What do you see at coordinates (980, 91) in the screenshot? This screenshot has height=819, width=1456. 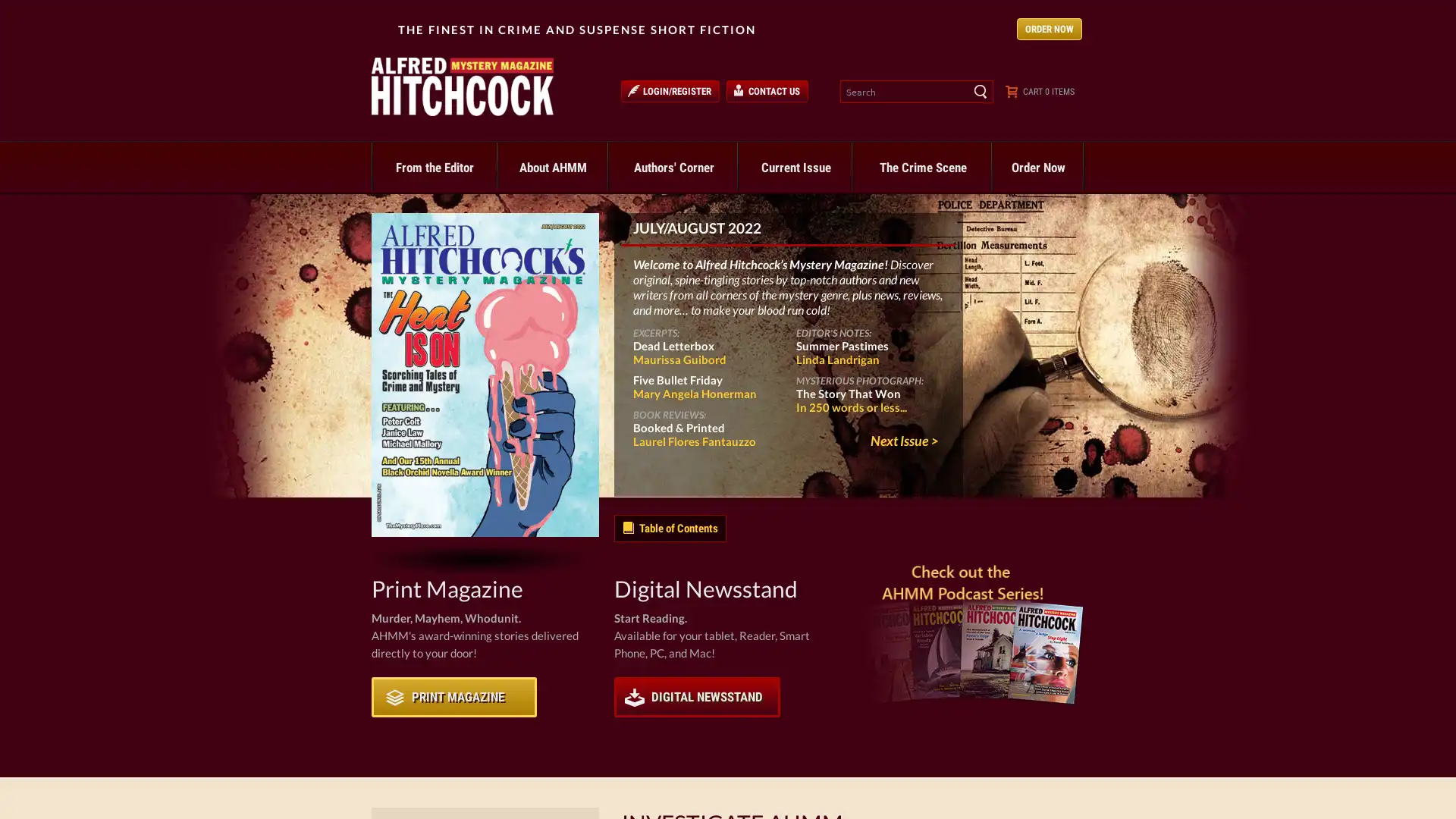 I see `Search` at bounding box center [980, 91].